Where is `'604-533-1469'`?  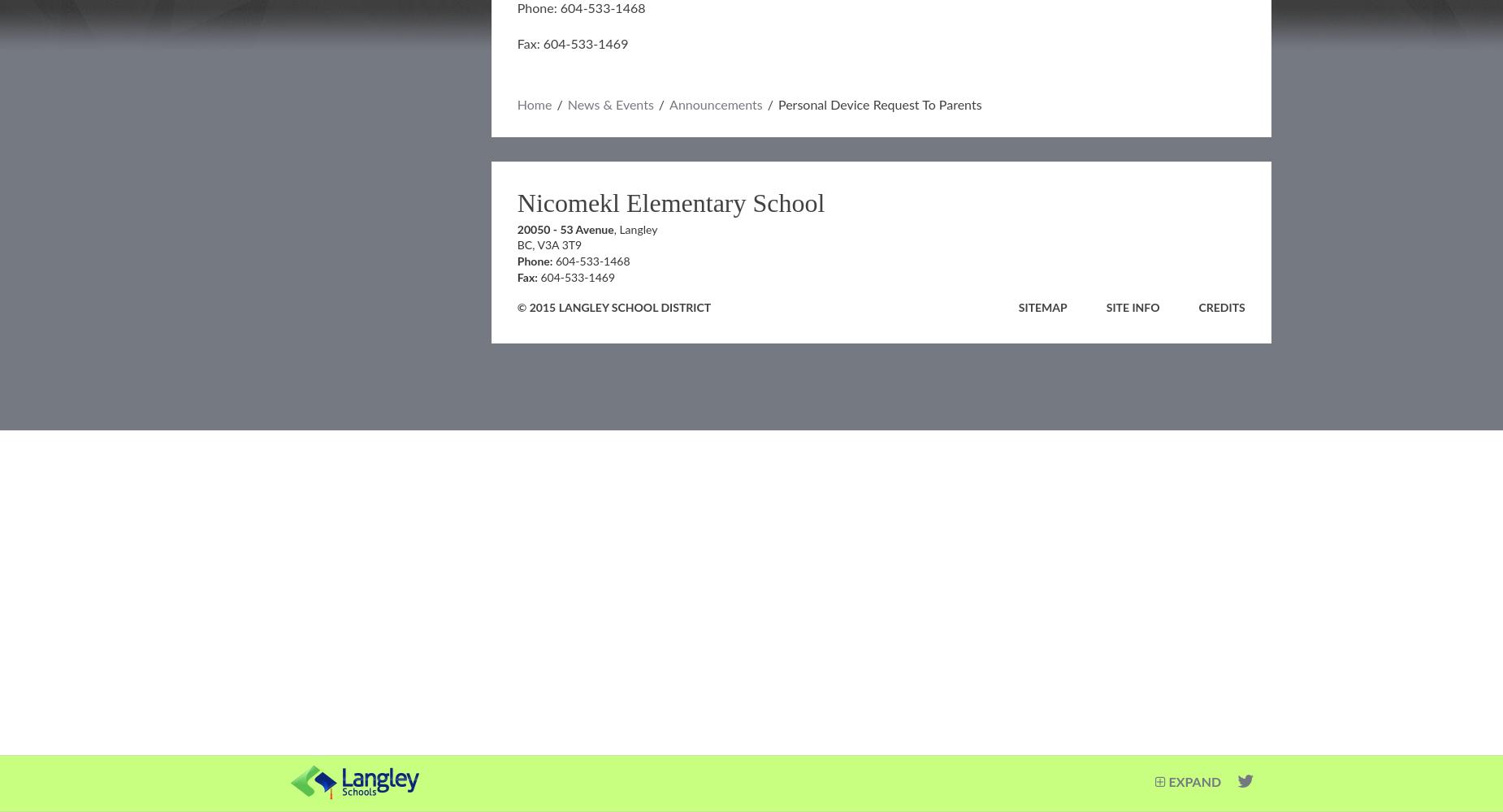 '604-533-1469' is located at coordinates (575, 277).